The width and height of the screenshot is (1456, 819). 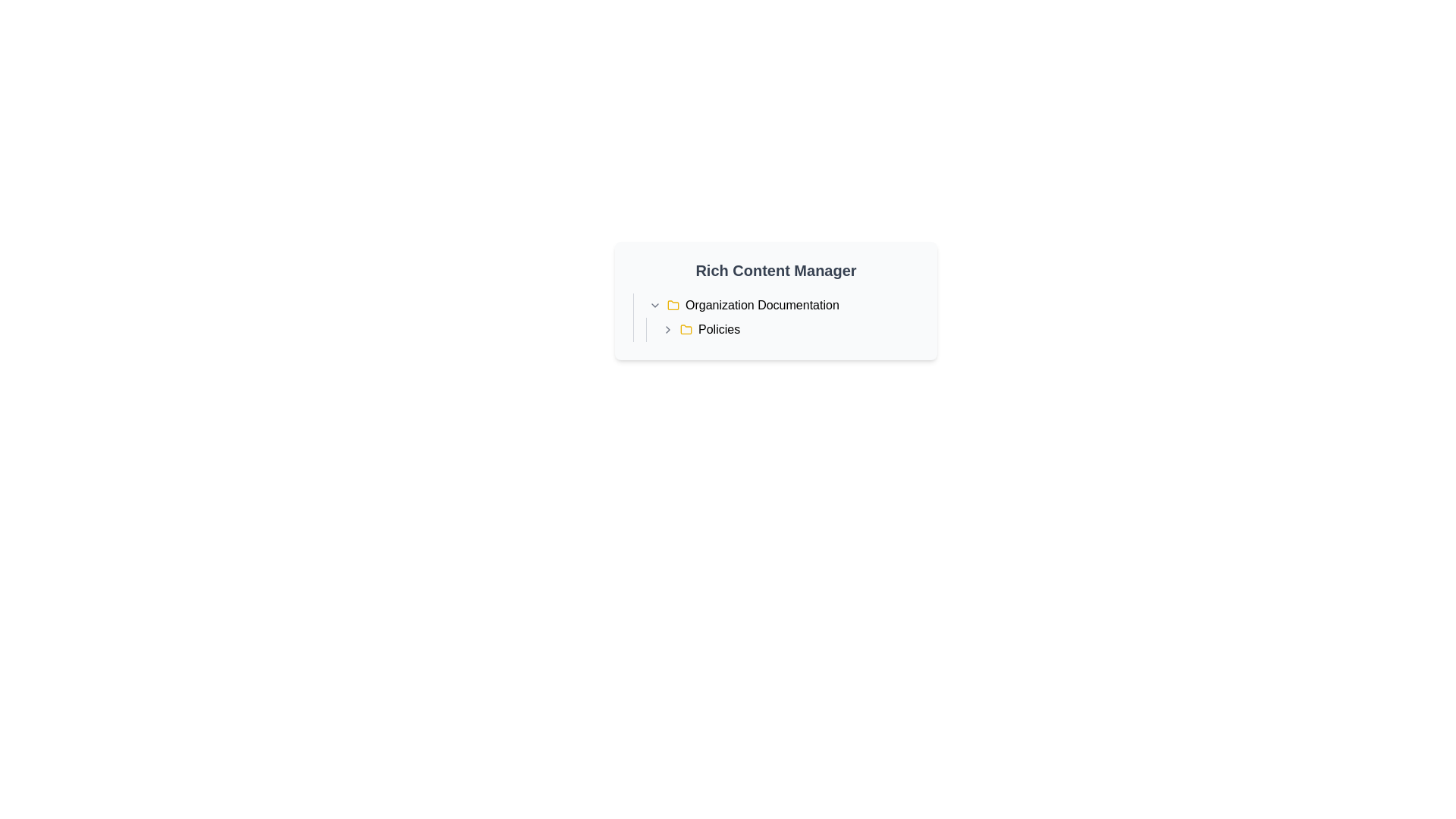 I want to click on the 'Policies' list item under the 'Organization Documentation' section in the 'Rich Content Manager' interface, so click(x=789, y=329).